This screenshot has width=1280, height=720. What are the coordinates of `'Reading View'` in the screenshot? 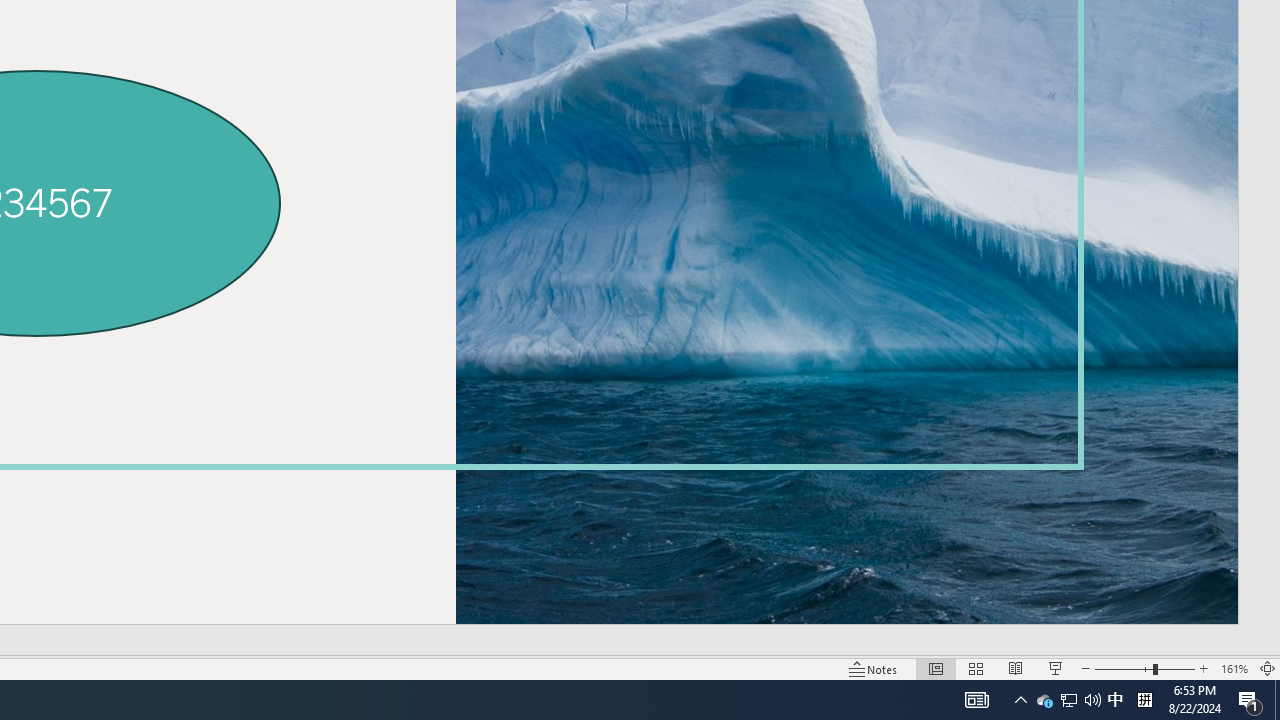 It's located at (1015, 669).